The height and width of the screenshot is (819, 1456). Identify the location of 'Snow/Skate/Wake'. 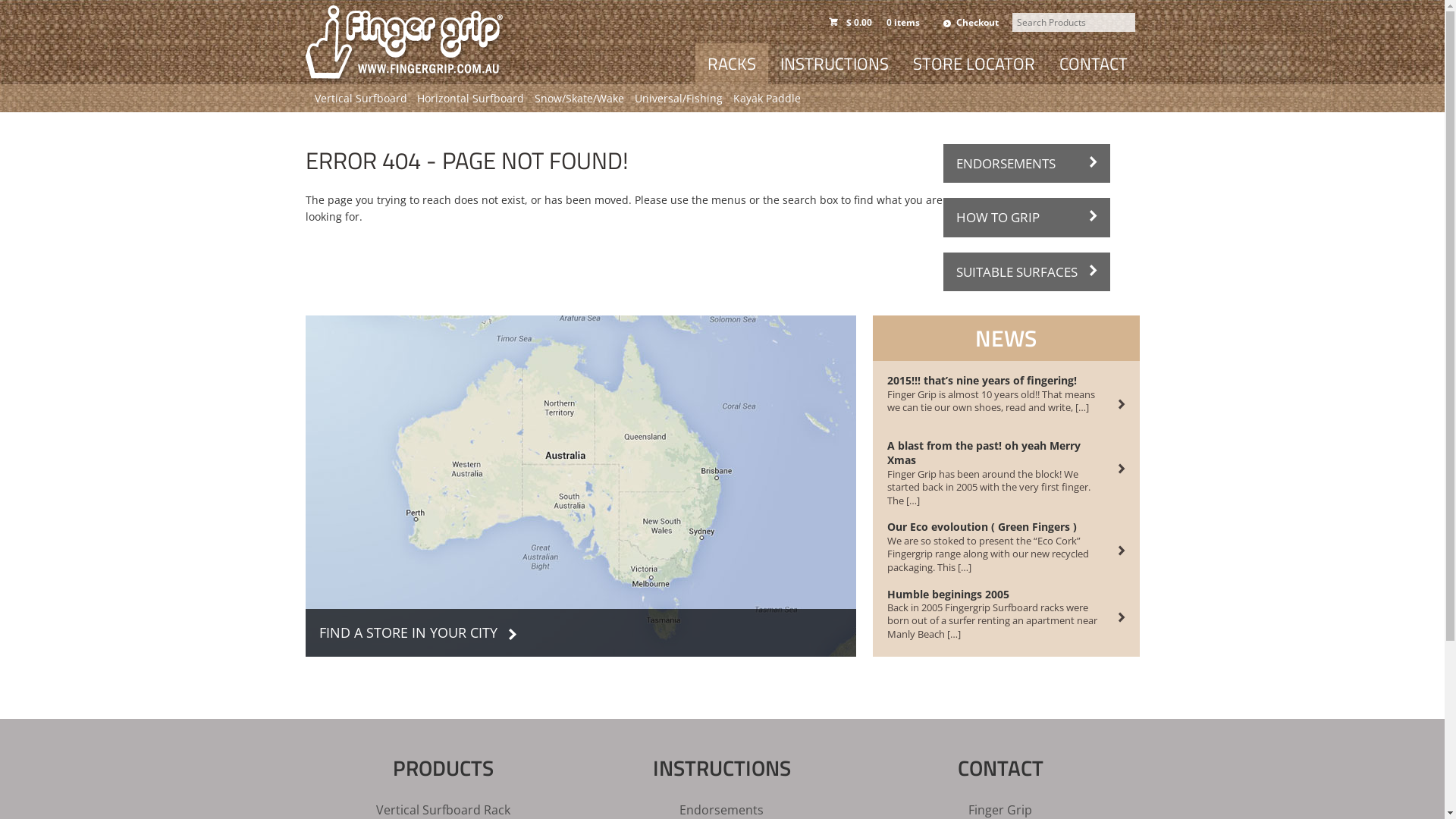
(531, 99).